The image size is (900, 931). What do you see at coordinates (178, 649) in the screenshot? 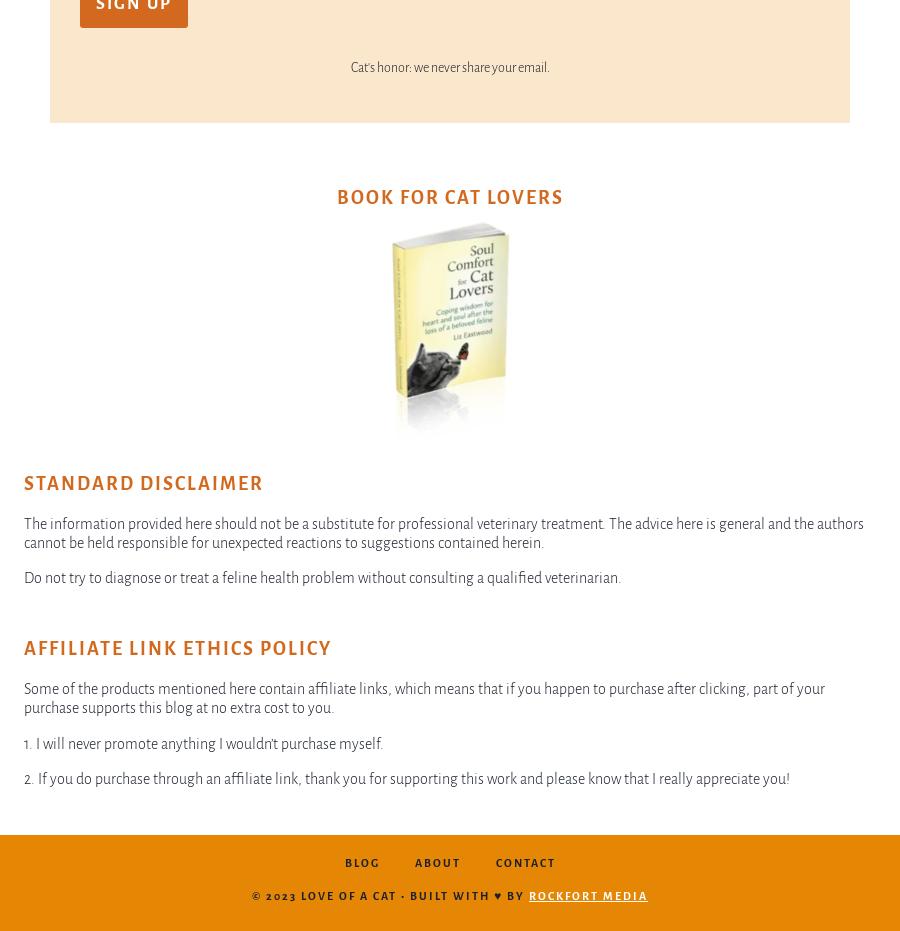
I see `'Affiliate Link Ethics Policy'` at bounding box center [178, 649].